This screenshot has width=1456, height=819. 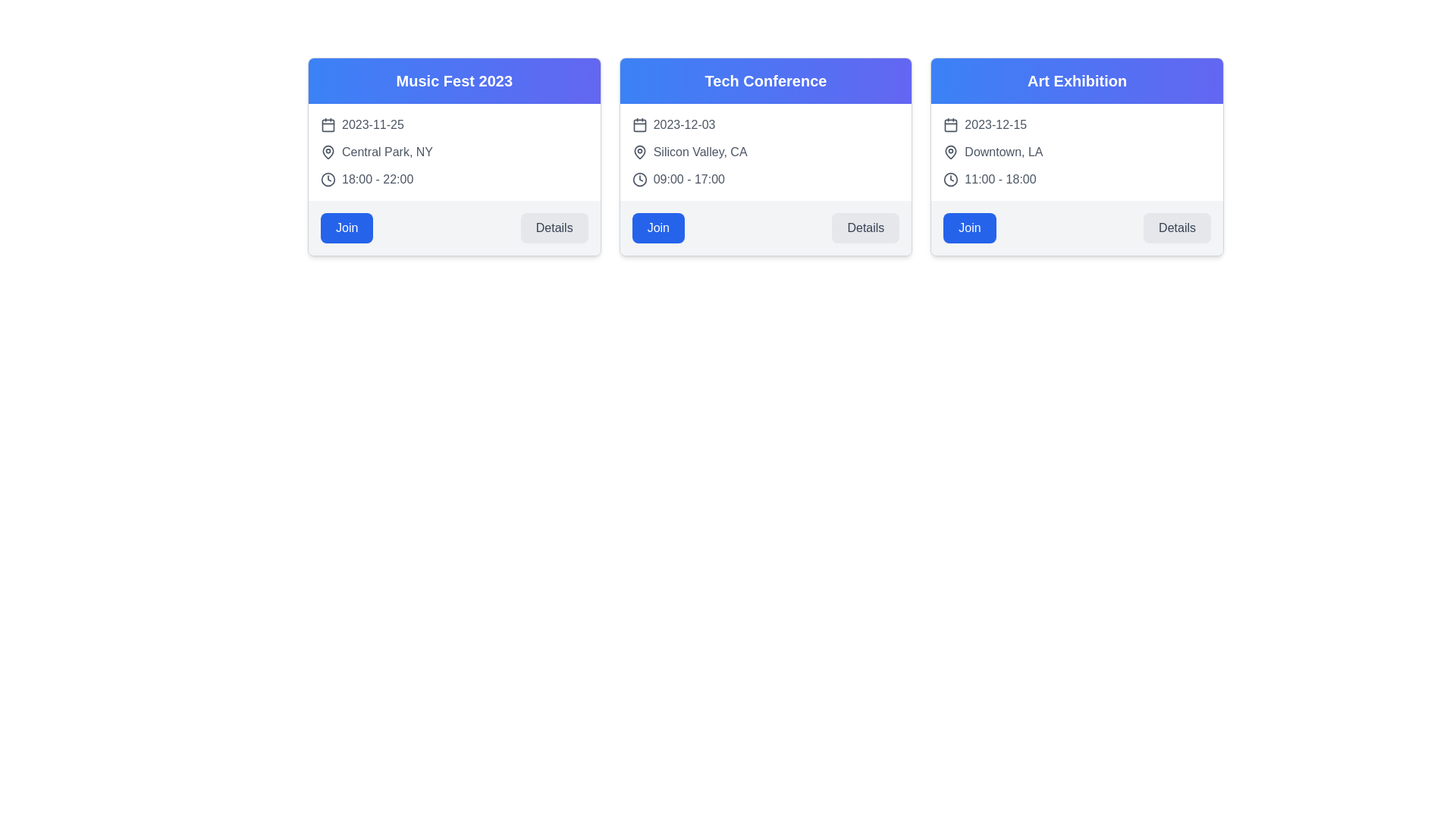 I want to click on the calendar icon located to the left of the date text '2023-12-15' in the 'Art Exhibition' event card, so click(x=950, y=124).